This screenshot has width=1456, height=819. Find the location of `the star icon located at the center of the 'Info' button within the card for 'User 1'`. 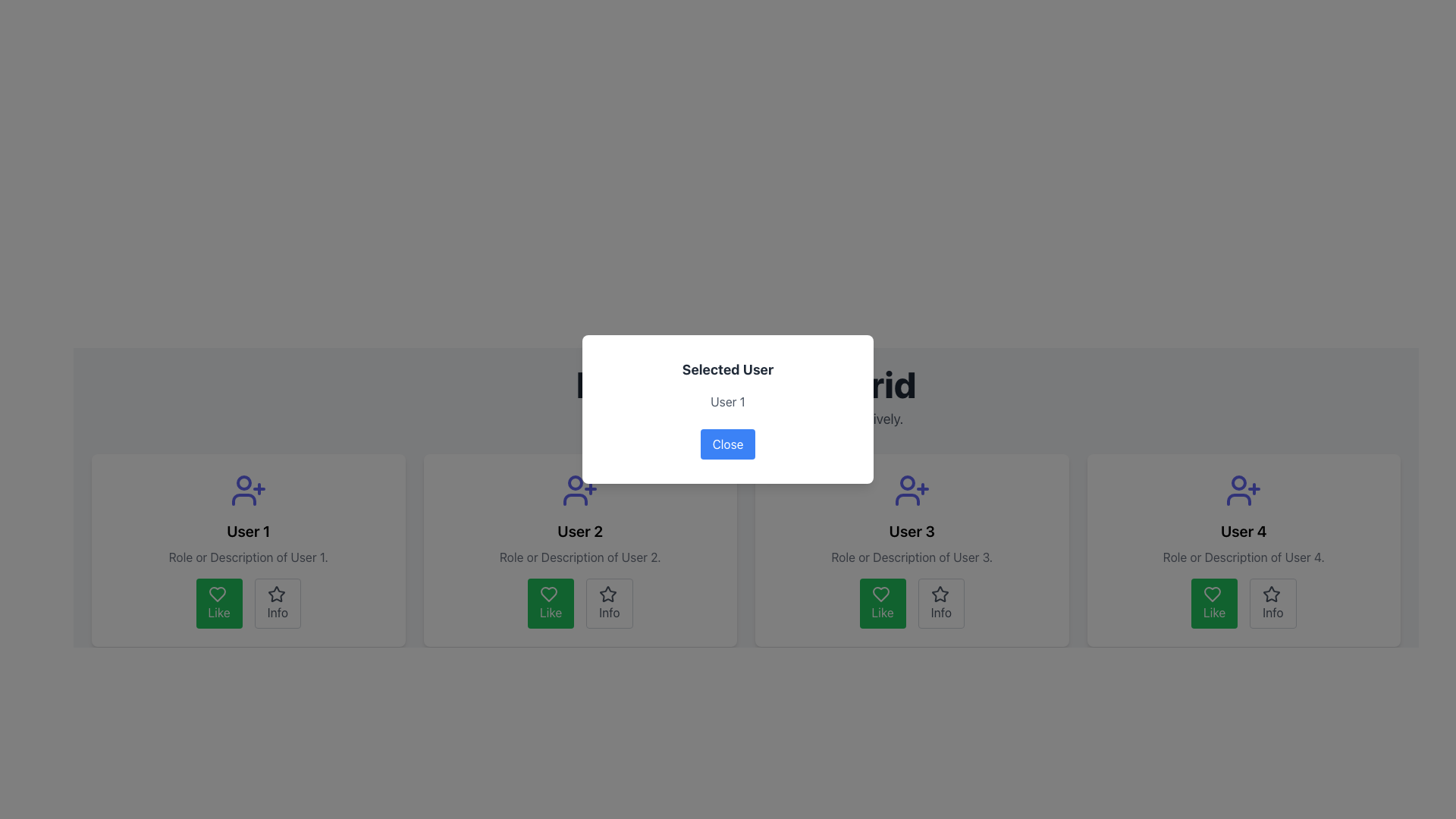

the star icon located at the center of the 'Info' button within the card for 'User 1' is located at coordinates (276, 593).